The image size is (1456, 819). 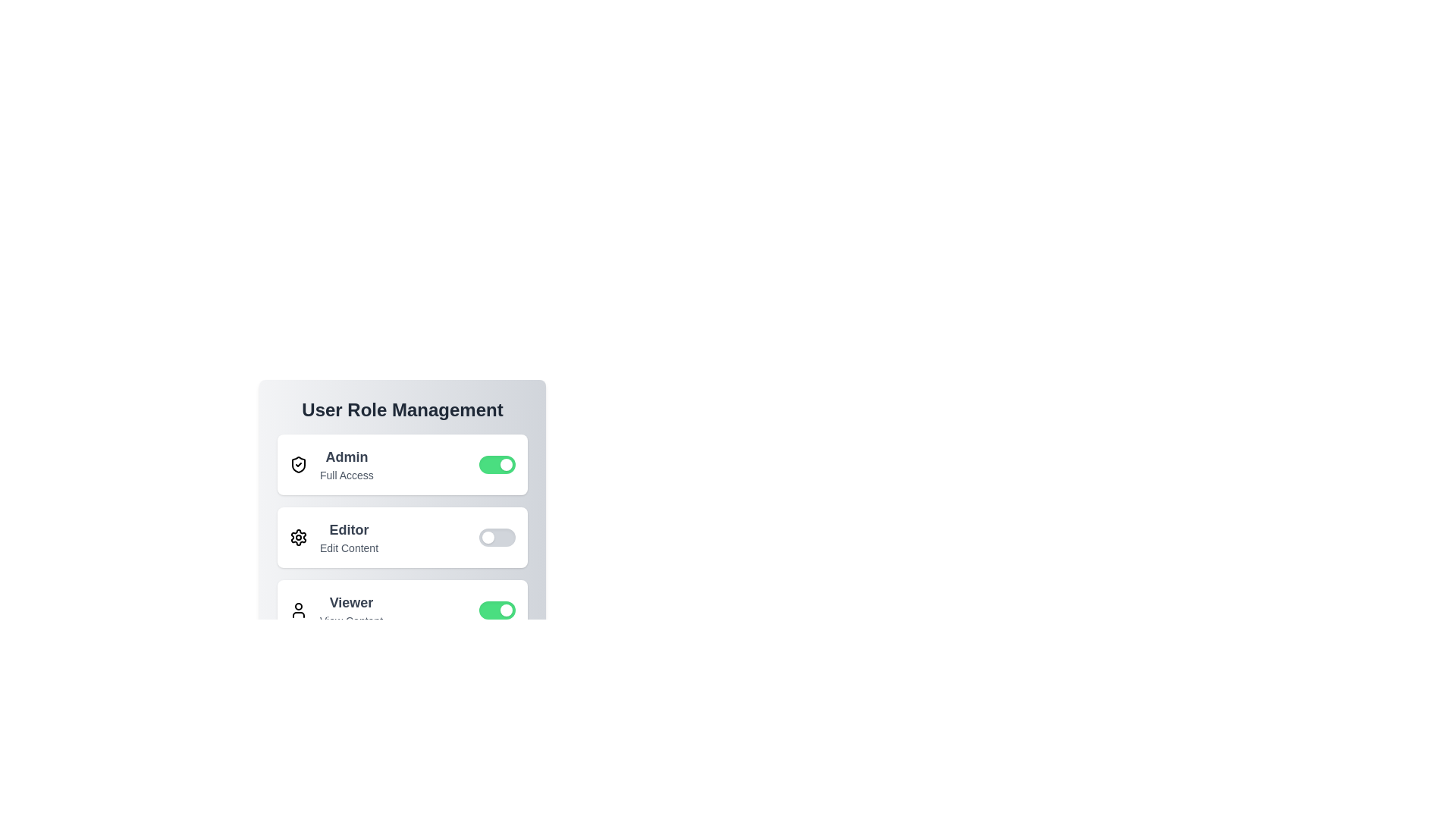 I want to click on the role container for Editor to focus on it, so click(x=403, y=537).